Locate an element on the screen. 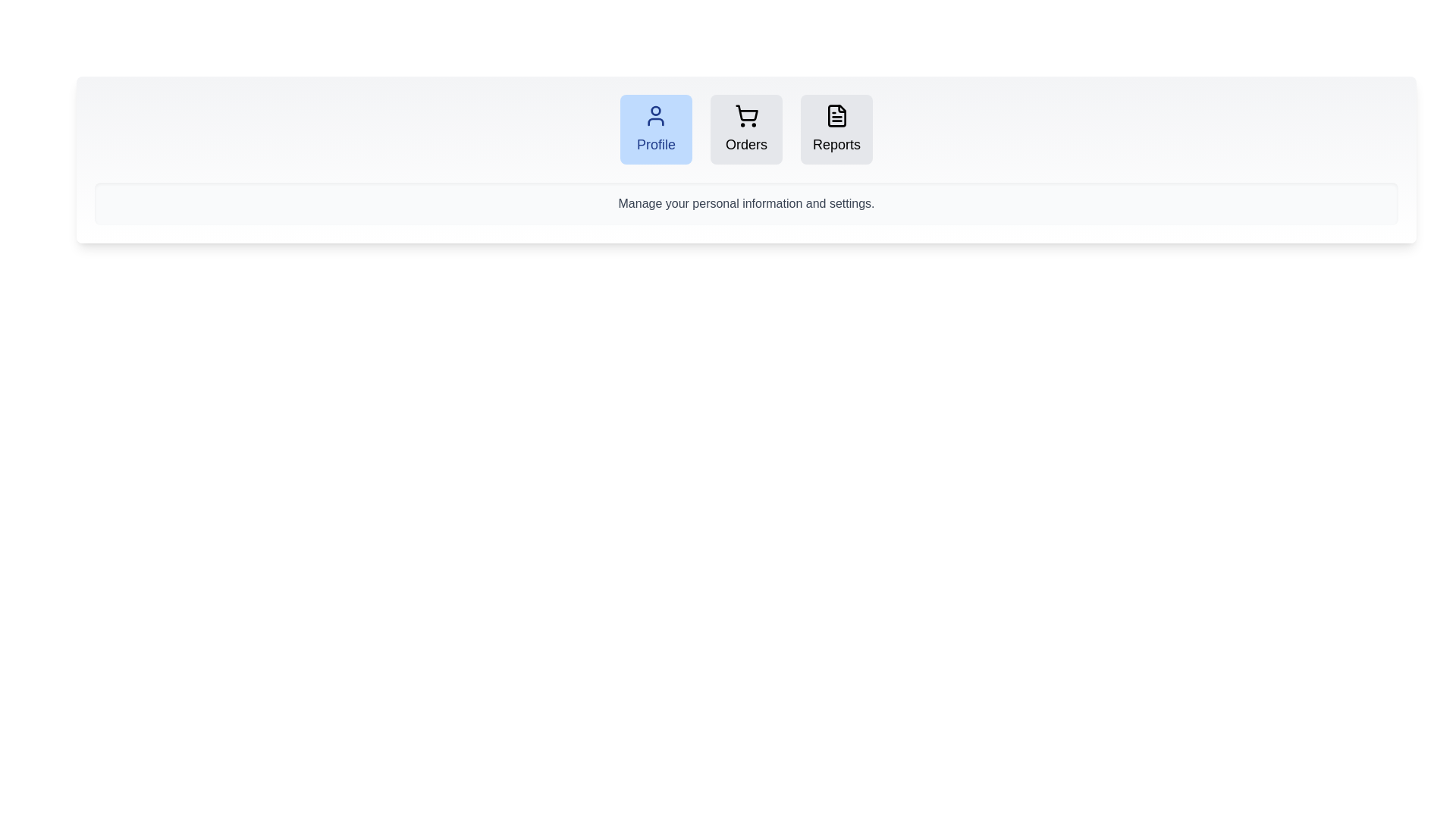 This screenshot has height=819, width=1456. the tab labeled Orders to observe its hover effect is located at coordinates (746, 128).